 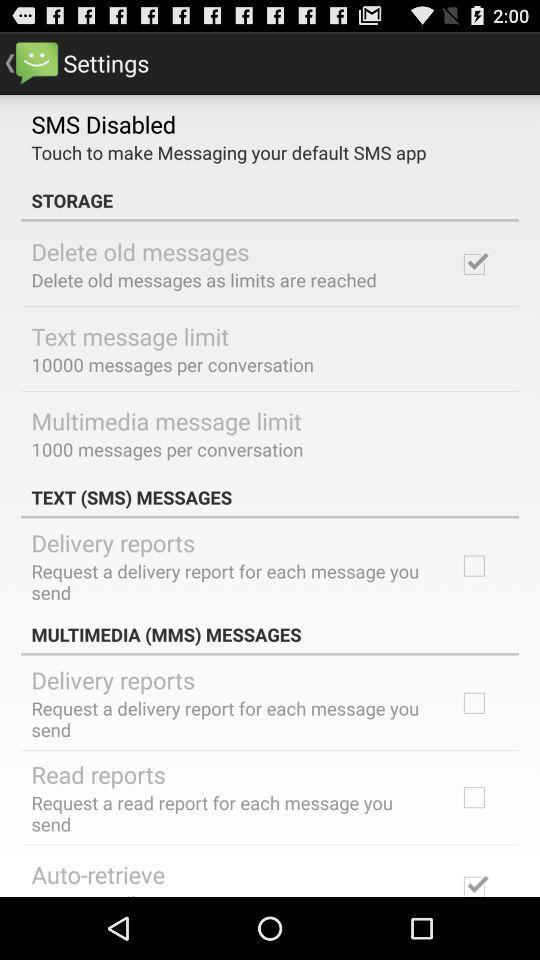 What do you see at coordinates (97, 873) in the screenshot?
I see `the auto-retrieve item` at bounding box center [97, 873].